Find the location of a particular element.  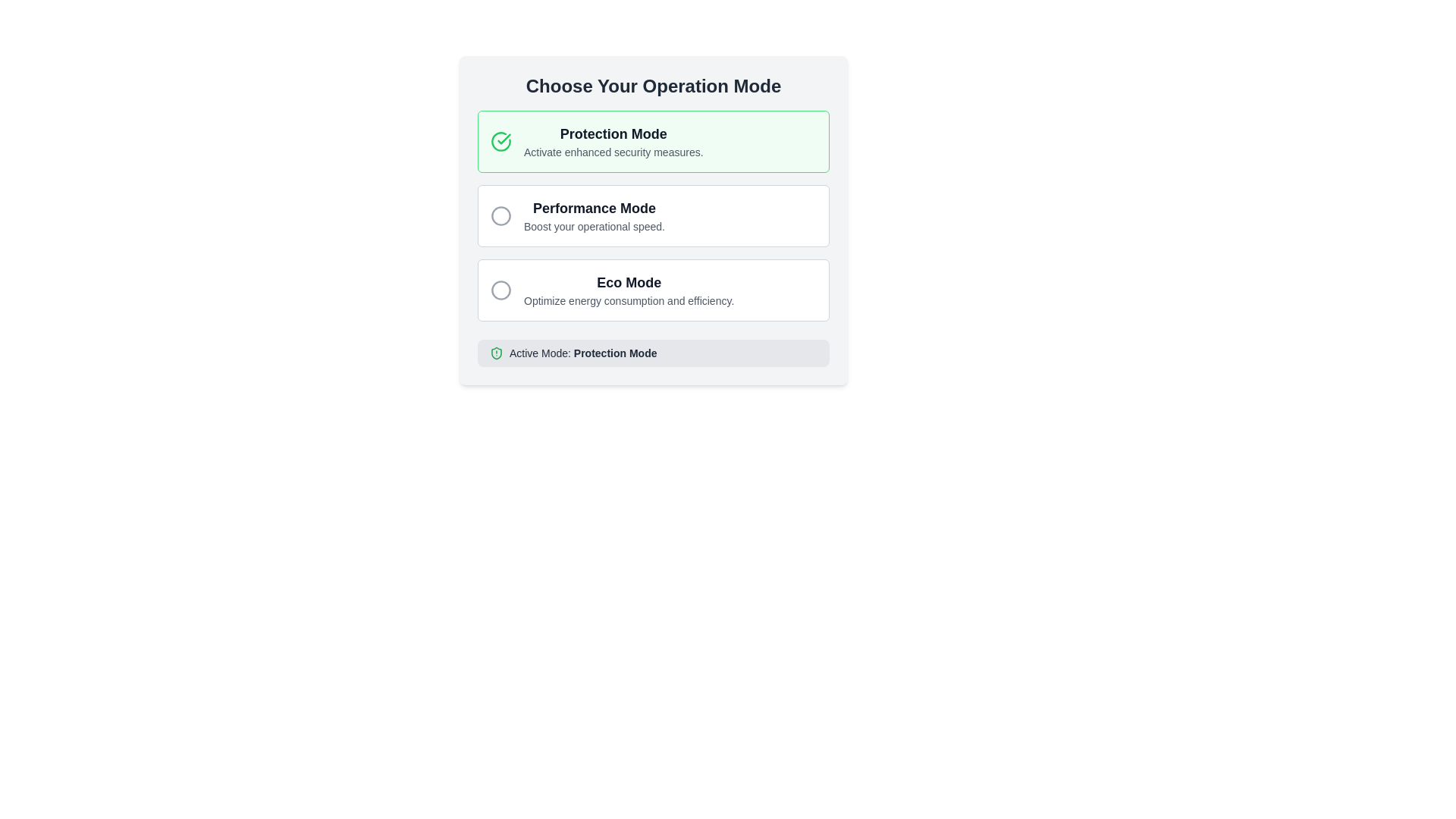

the 'Performance Mode' text label which is bold and dark gray, positioned between 'Protection Mode' and 'Eco Mode' under the heading 'Choose Your Operation Mode' is located at coordinates (593, 208).